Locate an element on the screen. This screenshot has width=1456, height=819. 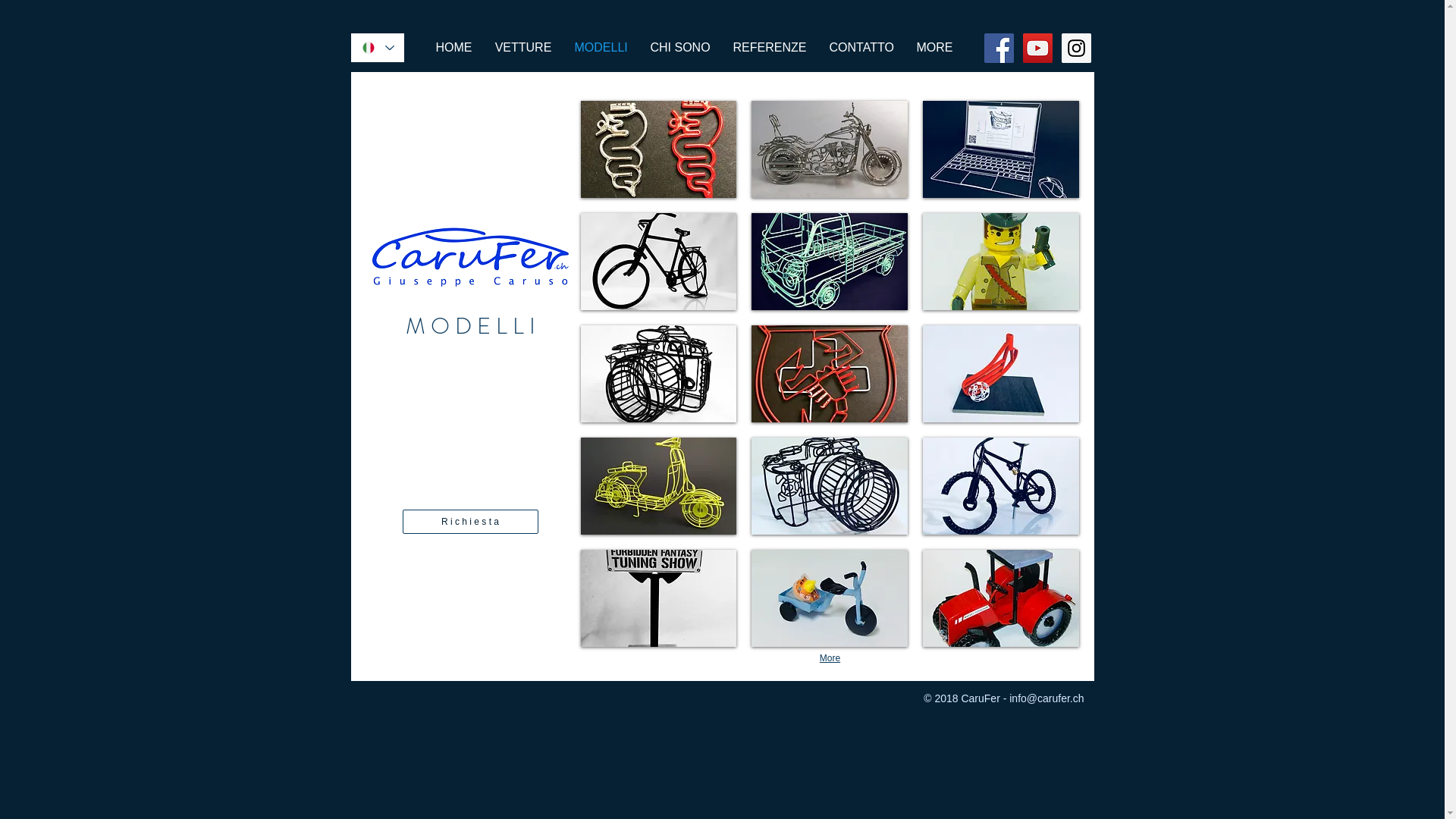
'CHI SONO' is located at coordinates (679, 46).